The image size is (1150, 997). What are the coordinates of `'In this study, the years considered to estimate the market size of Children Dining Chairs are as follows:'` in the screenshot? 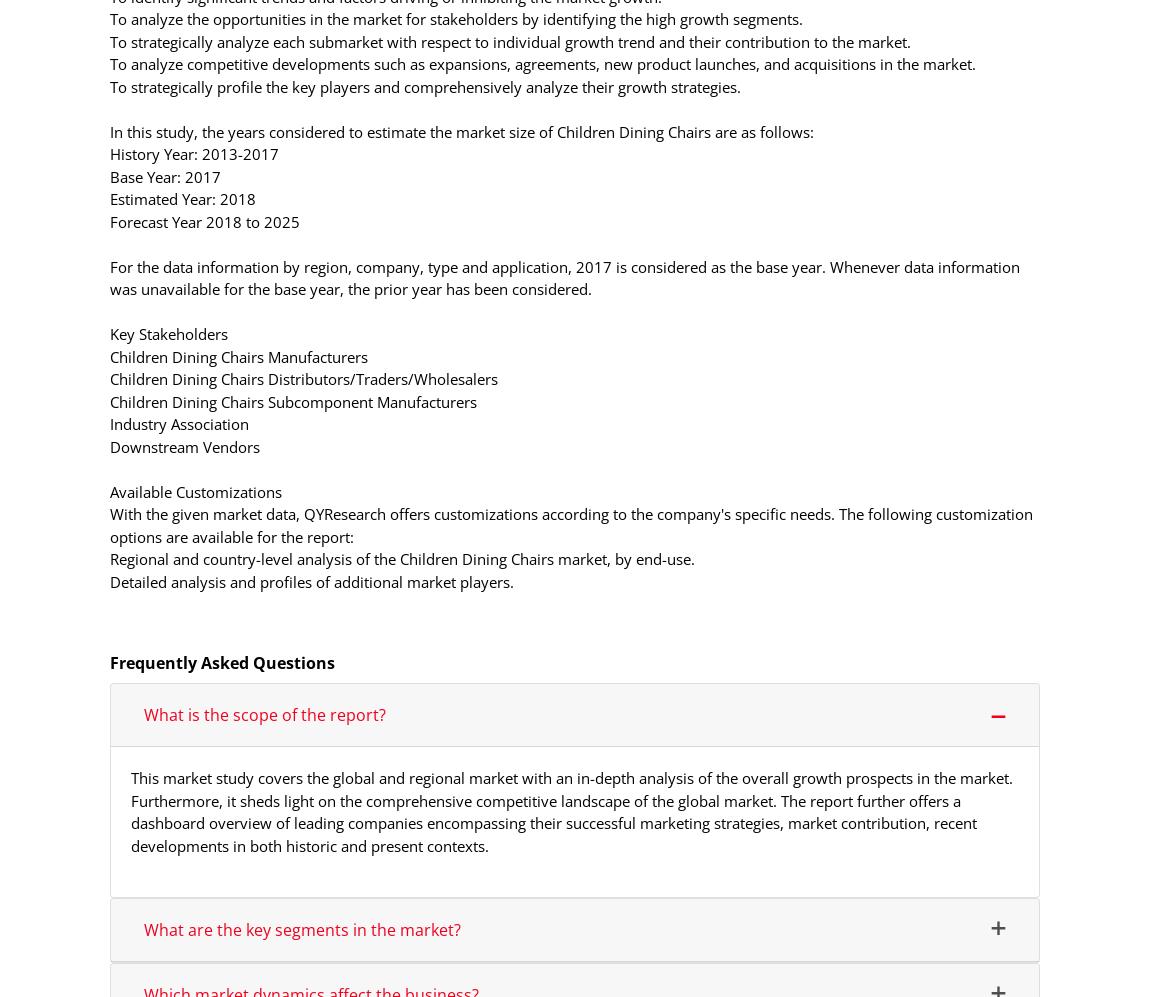 It's located at (461, 131).